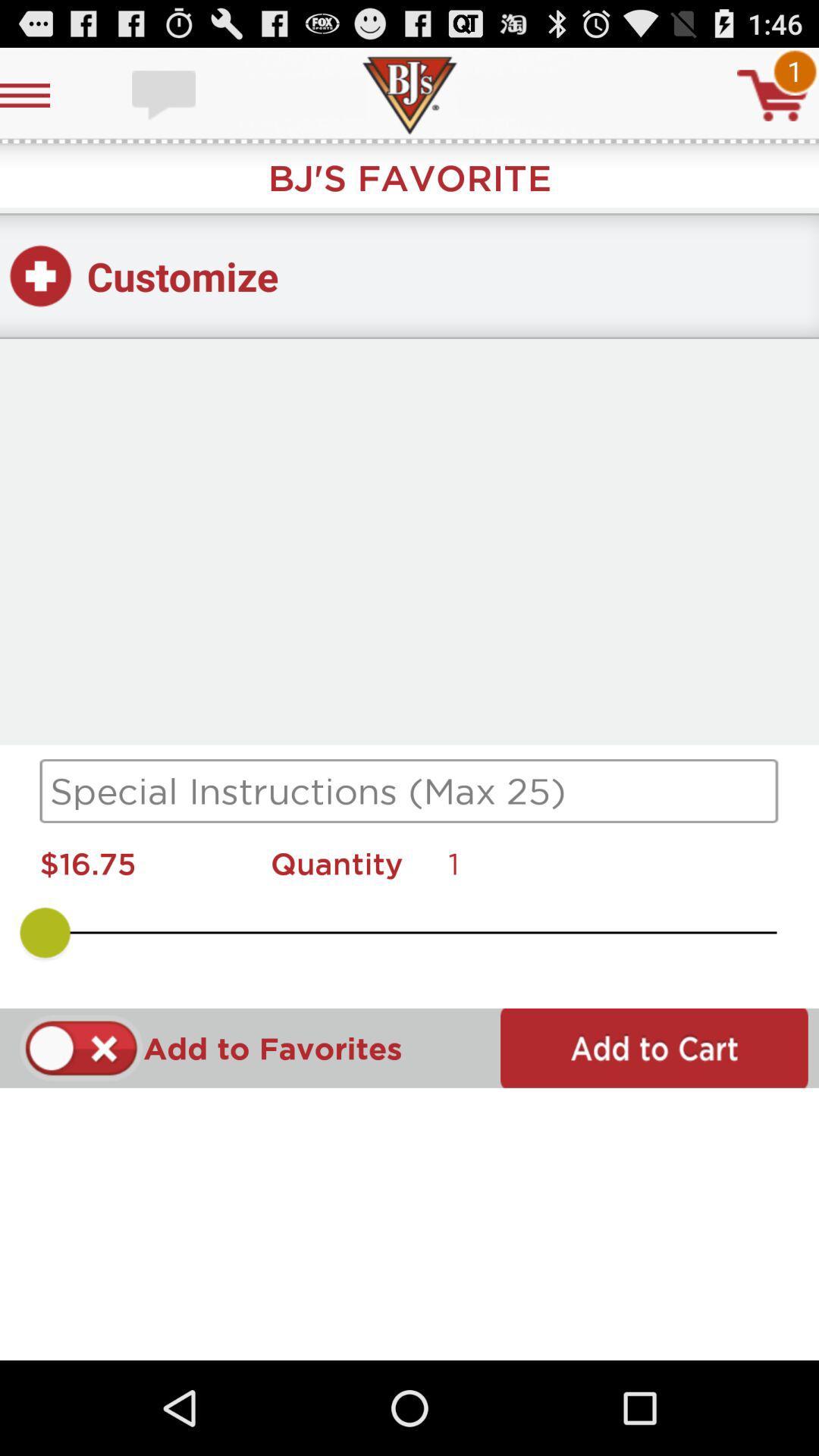 This screenshot has width=819, height=1456. What do you see at coordinates (409, 790) in the screenshot?
I see `search` at bounding box center [409, 790].